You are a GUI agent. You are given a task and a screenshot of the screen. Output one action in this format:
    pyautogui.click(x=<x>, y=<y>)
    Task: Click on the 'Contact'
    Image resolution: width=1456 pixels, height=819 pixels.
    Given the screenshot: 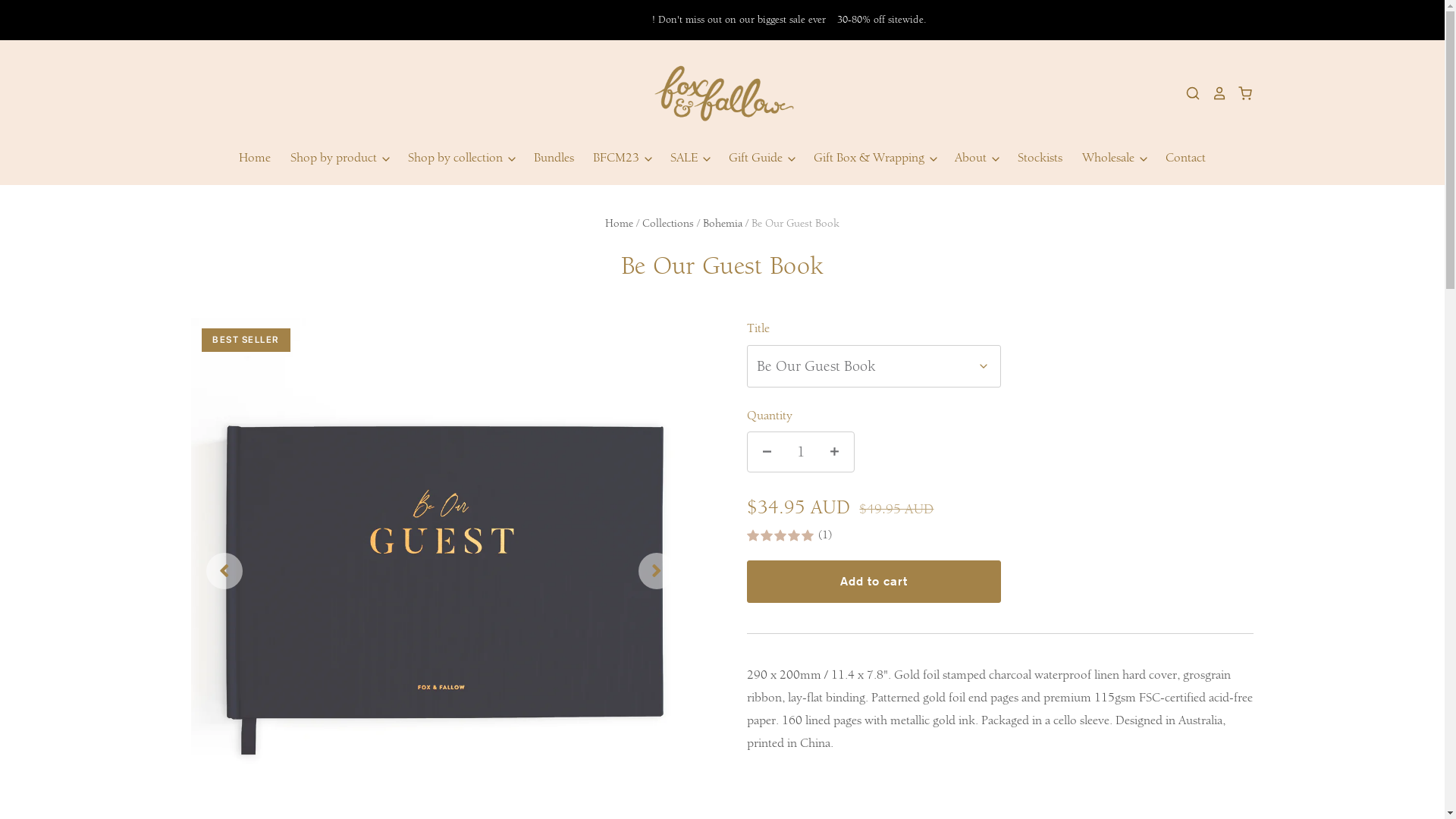 What is the action you would take?
    pyautogui.click(x=1175, y=158)
    